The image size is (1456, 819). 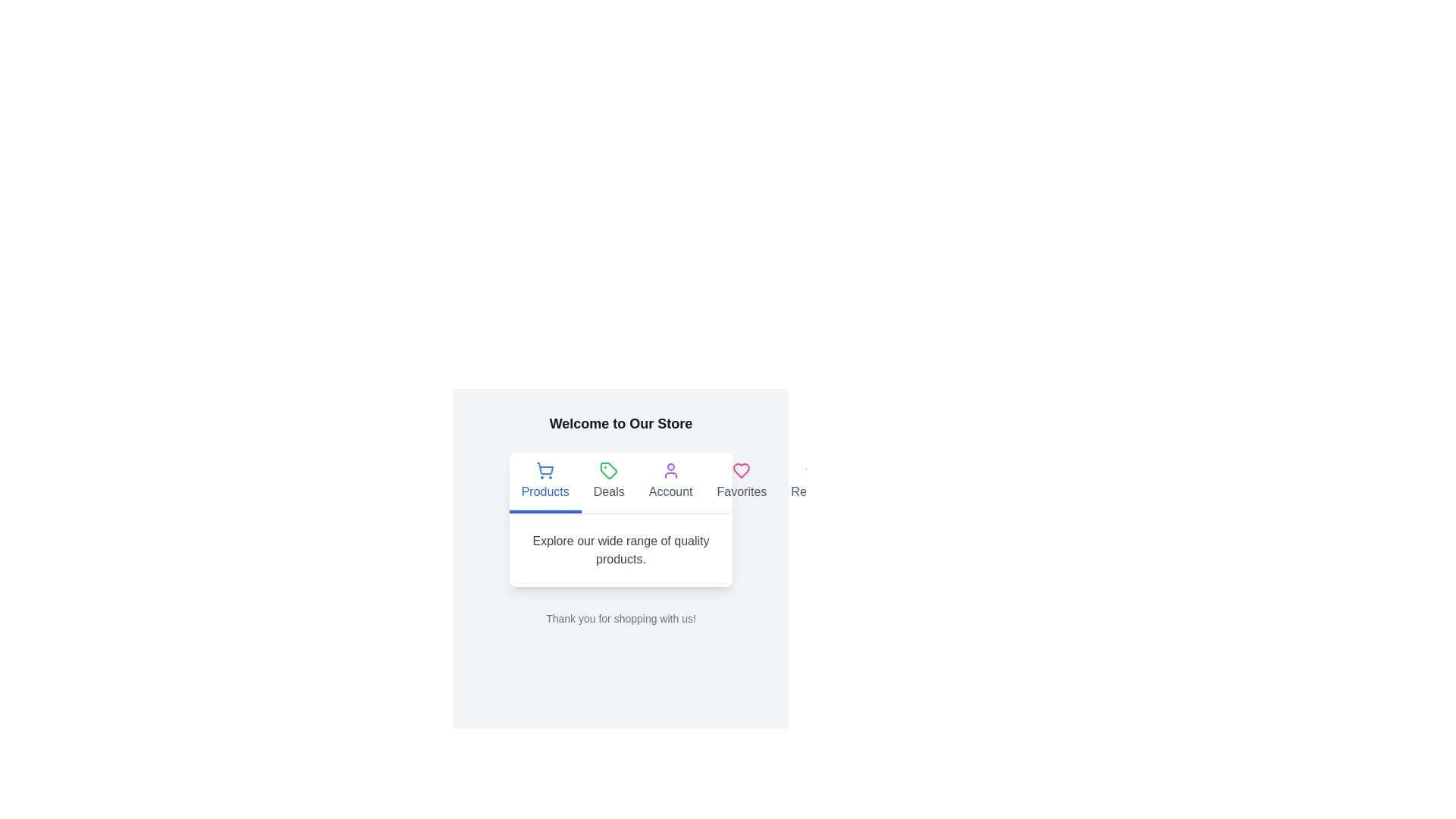 What do you see at coordinates (670, 482) in the screenshot?
I see `the 'Account' button` at bounding box center [670, 482].